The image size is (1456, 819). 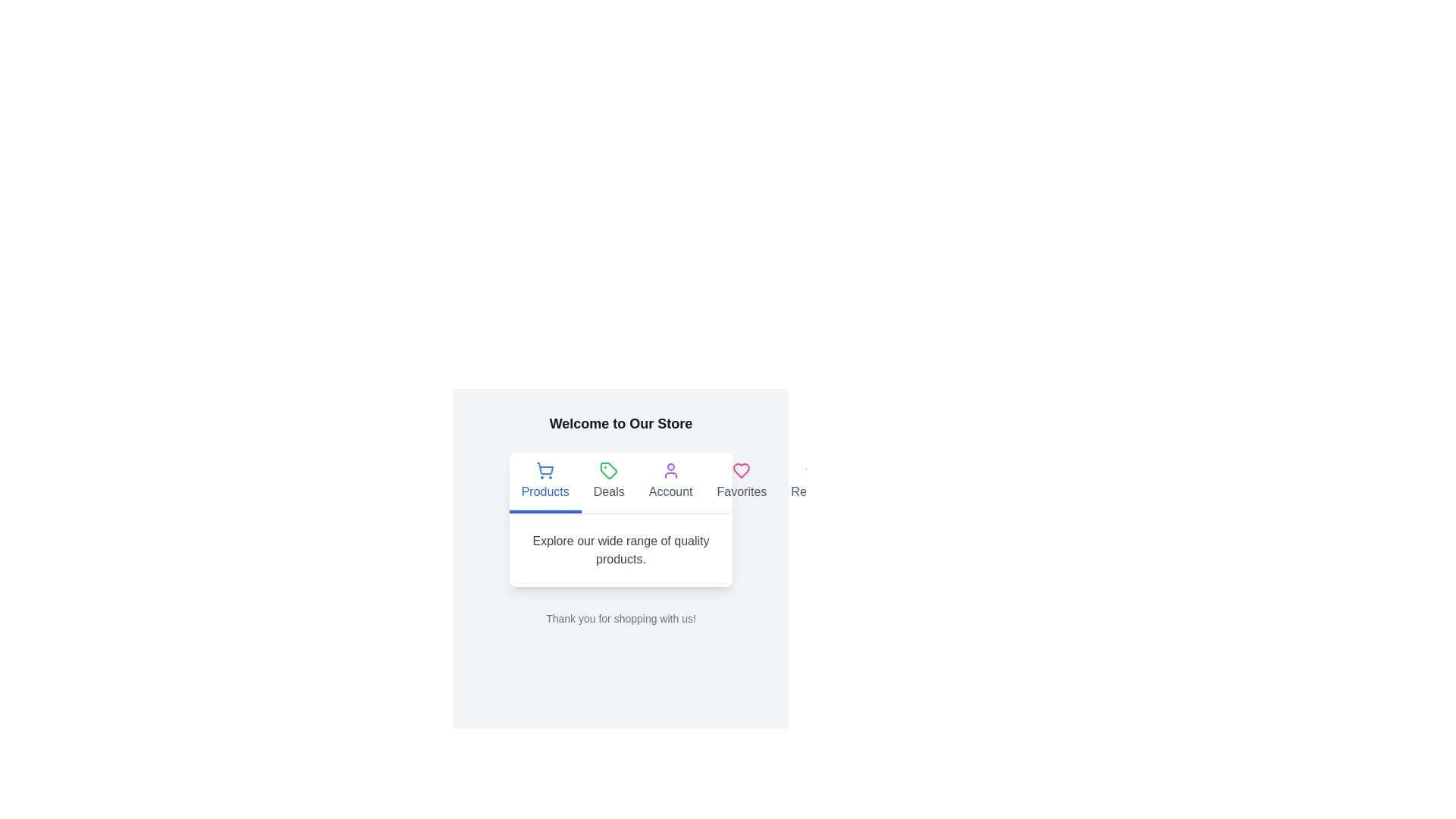 What do you see at coordinates (670, 482) in the screenshot?
I see `the 'Account' button` at bounding box center [670, 482].